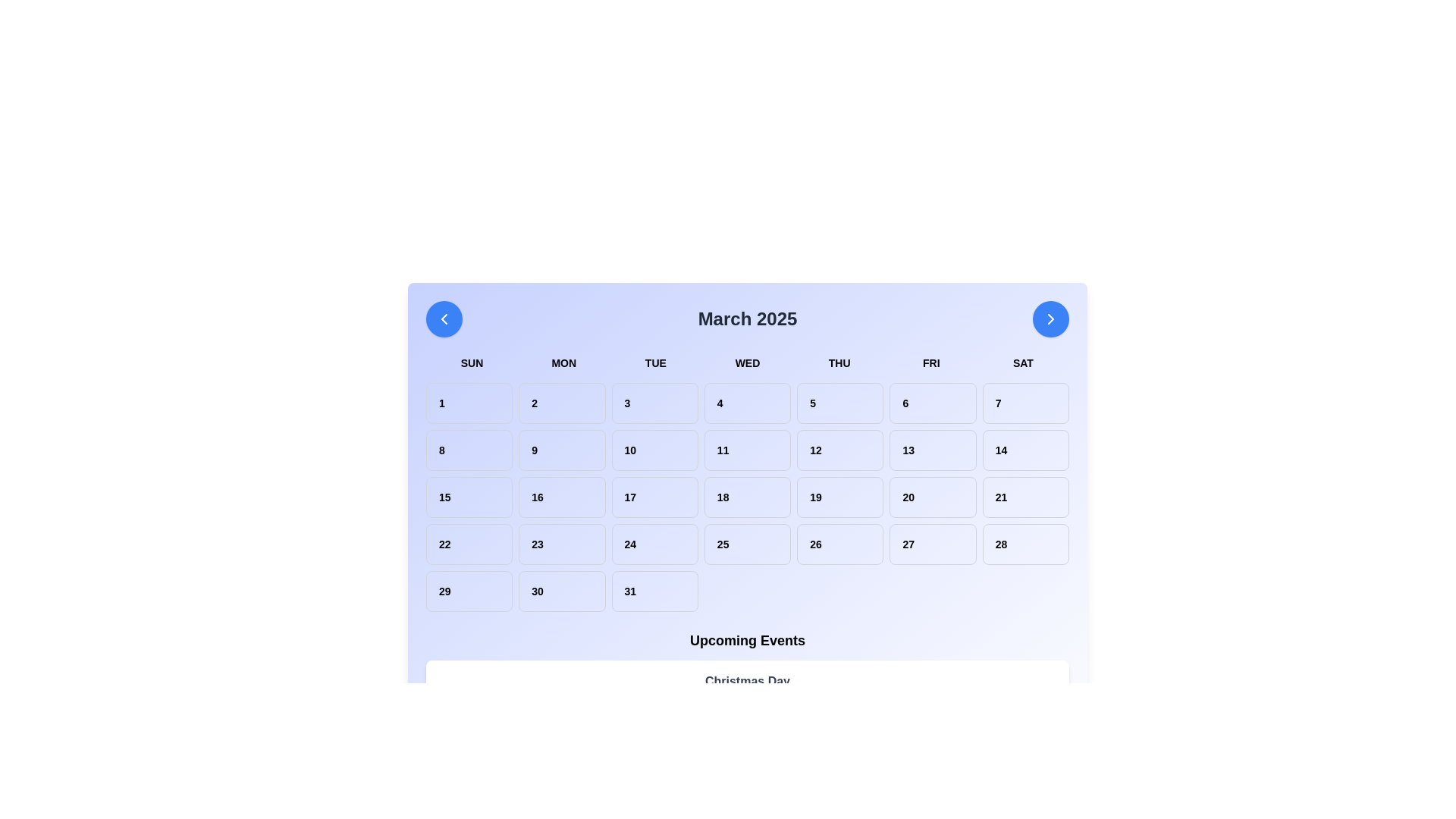  Describe the element at coordinates (443, 318) in the screenshot. I see `the leftward chevron icon inside the blue circular navigation button at the top-left corner of the calendar interface` at that location.